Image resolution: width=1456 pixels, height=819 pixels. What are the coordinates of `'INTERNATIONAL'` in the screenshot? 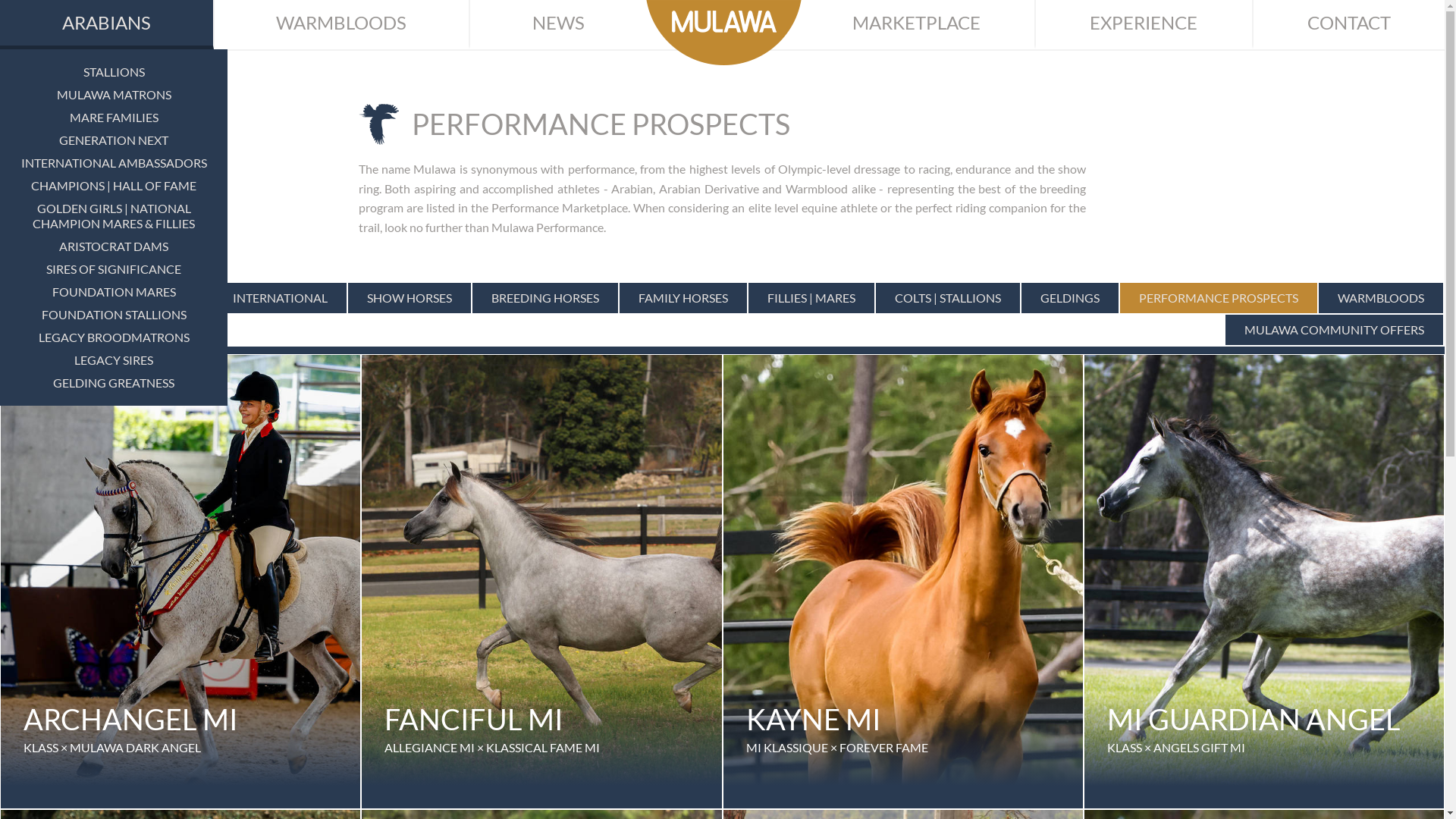 It's located at (213, 298).